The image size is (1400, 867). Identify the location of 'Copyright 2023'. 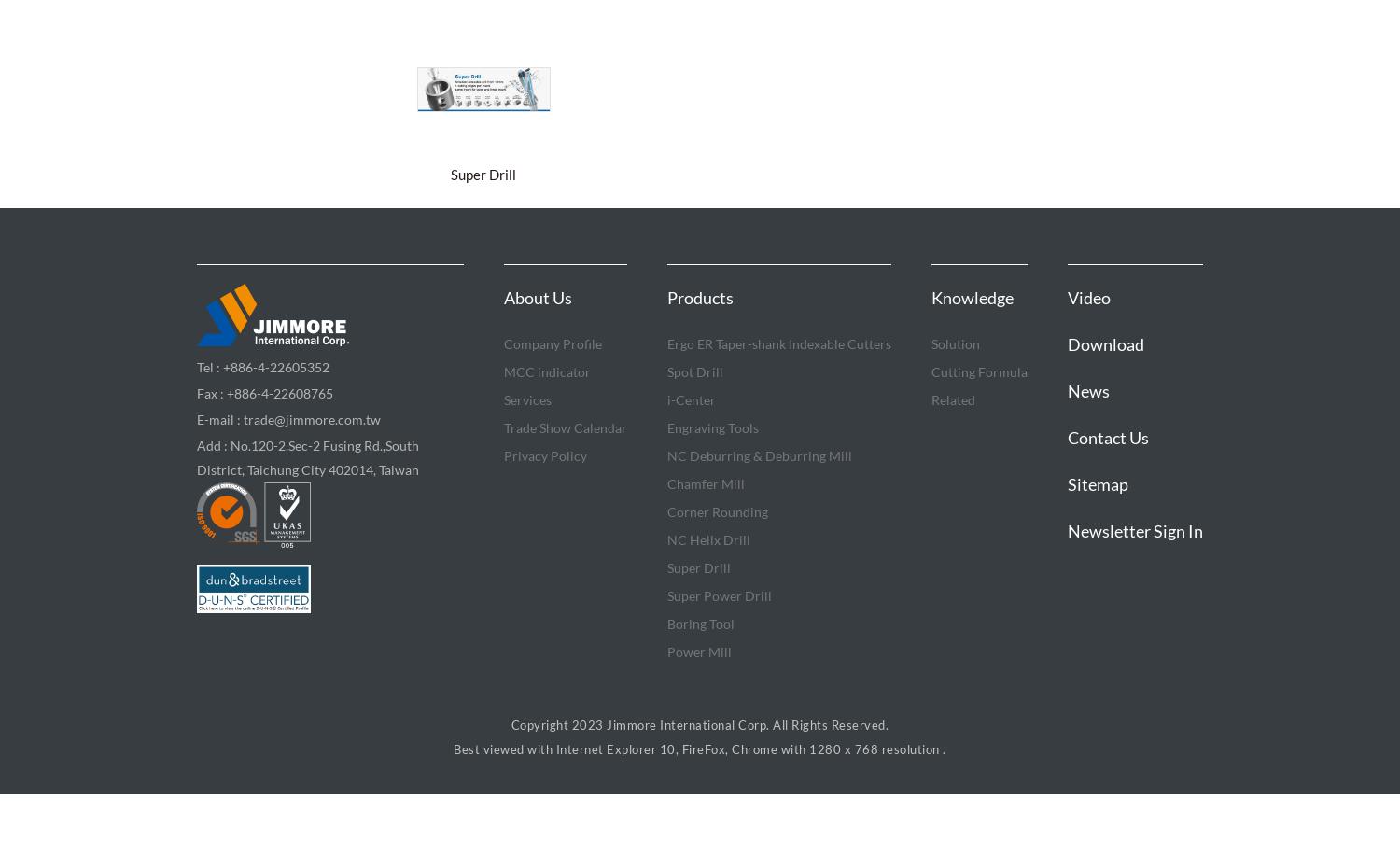
(557, 724).